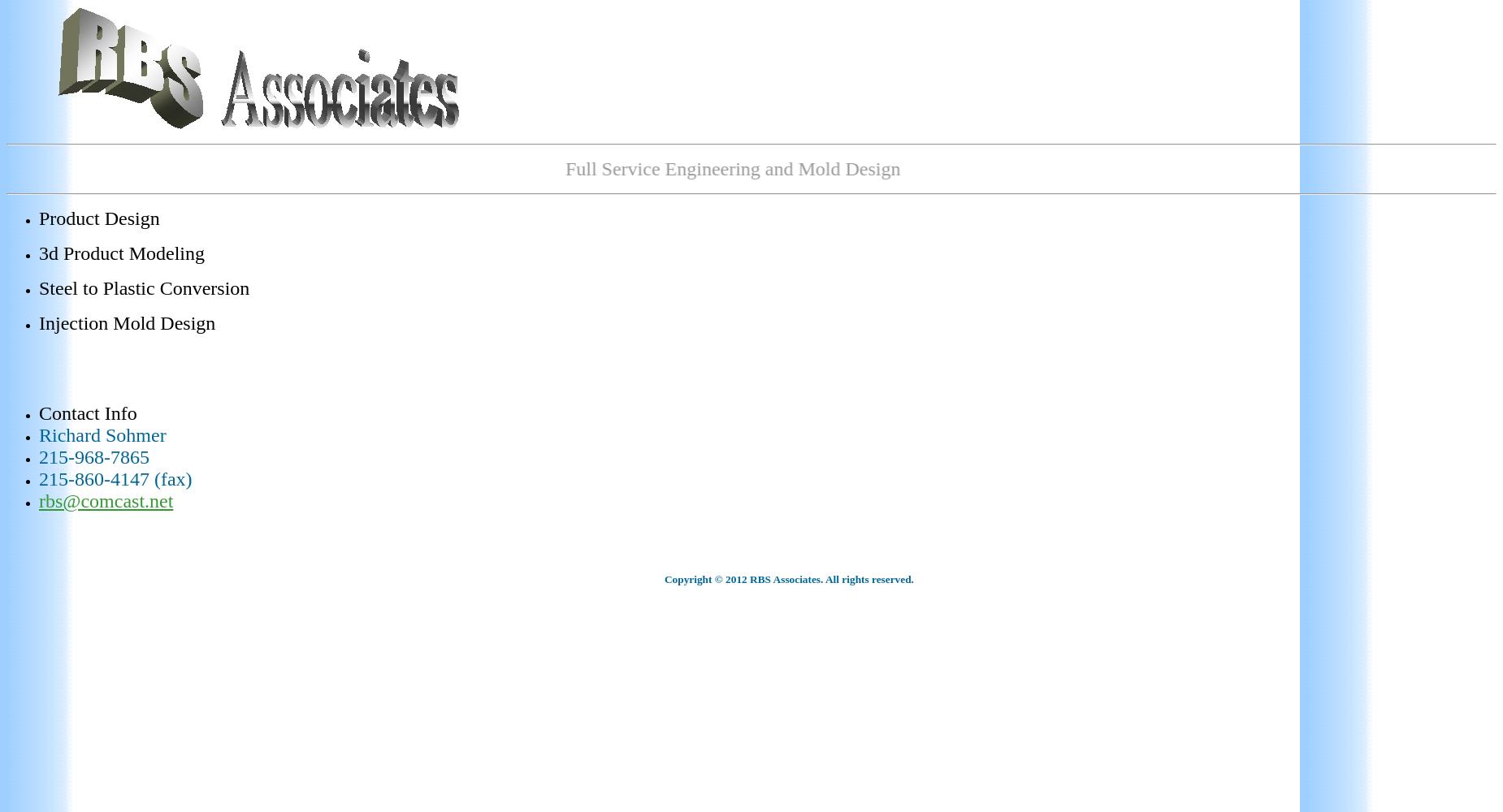 This screenshot has width=1503, height=812. What do you see at coordinates (37, 435) in the screenshot?
I see `'Richard Sohmer'` at bounding box center [37, 435].